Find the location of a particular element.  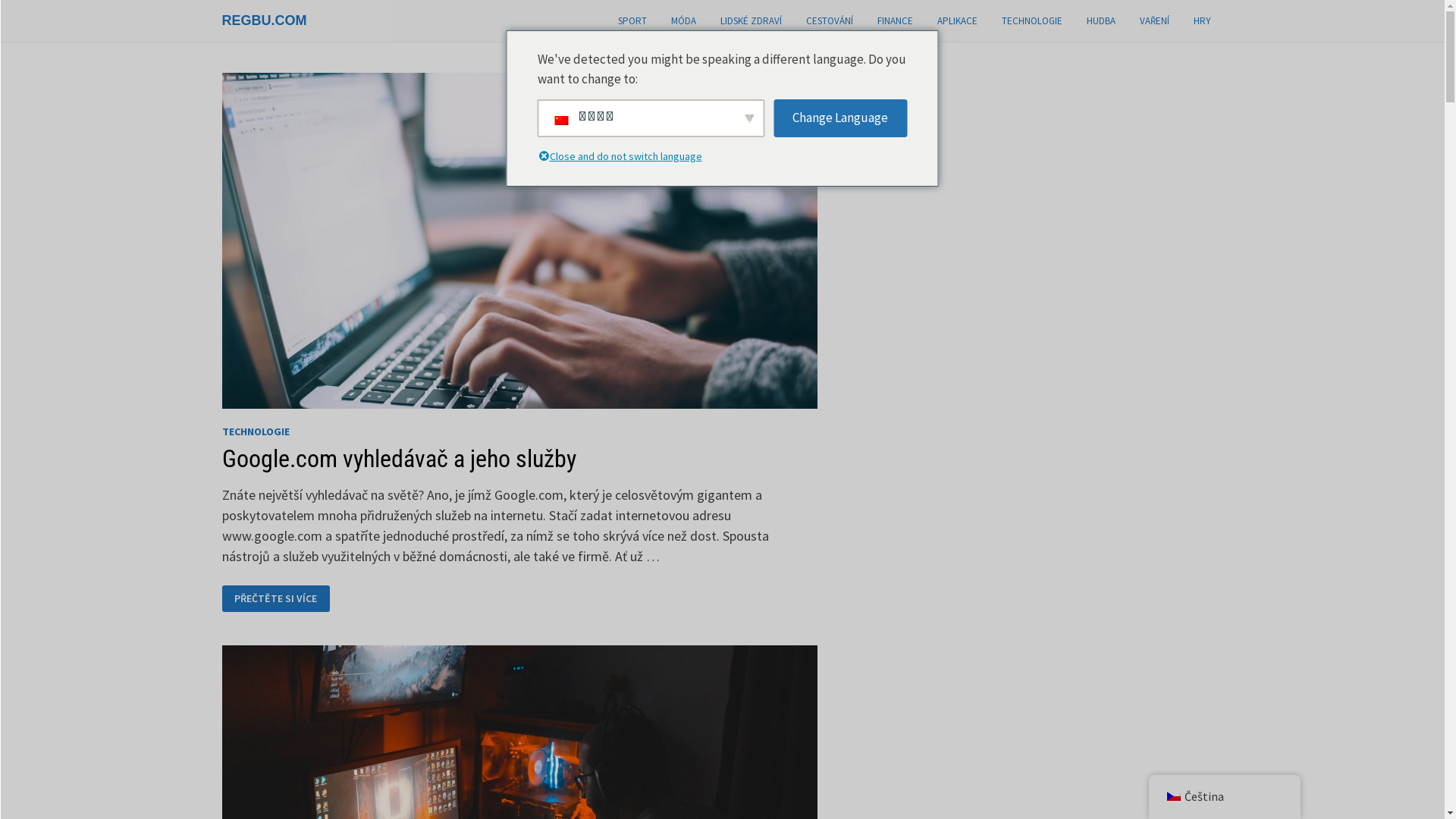

'APLIKACE' is located at coordinates (956, 20).